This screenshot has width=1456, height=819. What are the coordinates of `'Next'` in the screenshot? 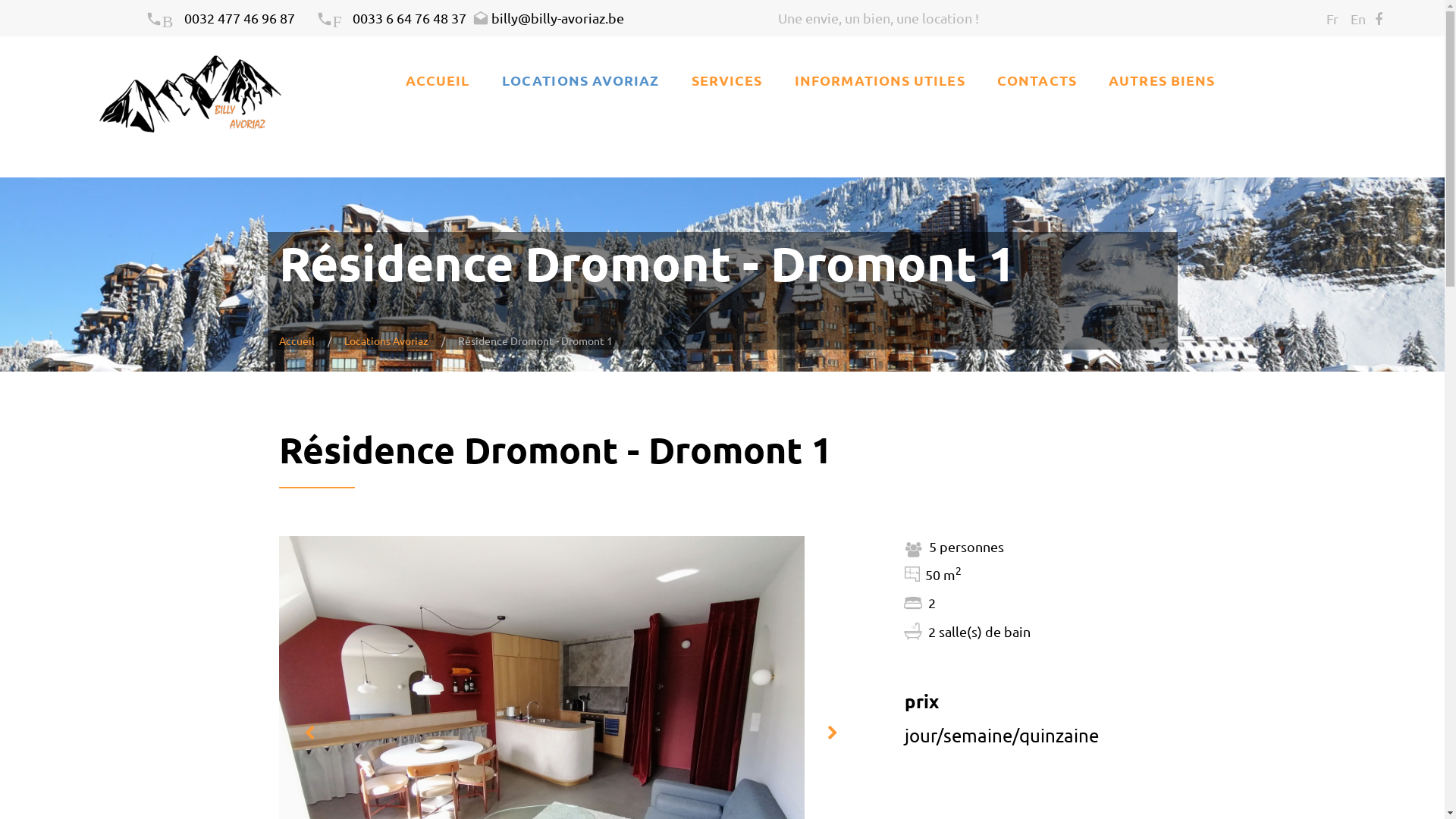 It's located at (831, 733).